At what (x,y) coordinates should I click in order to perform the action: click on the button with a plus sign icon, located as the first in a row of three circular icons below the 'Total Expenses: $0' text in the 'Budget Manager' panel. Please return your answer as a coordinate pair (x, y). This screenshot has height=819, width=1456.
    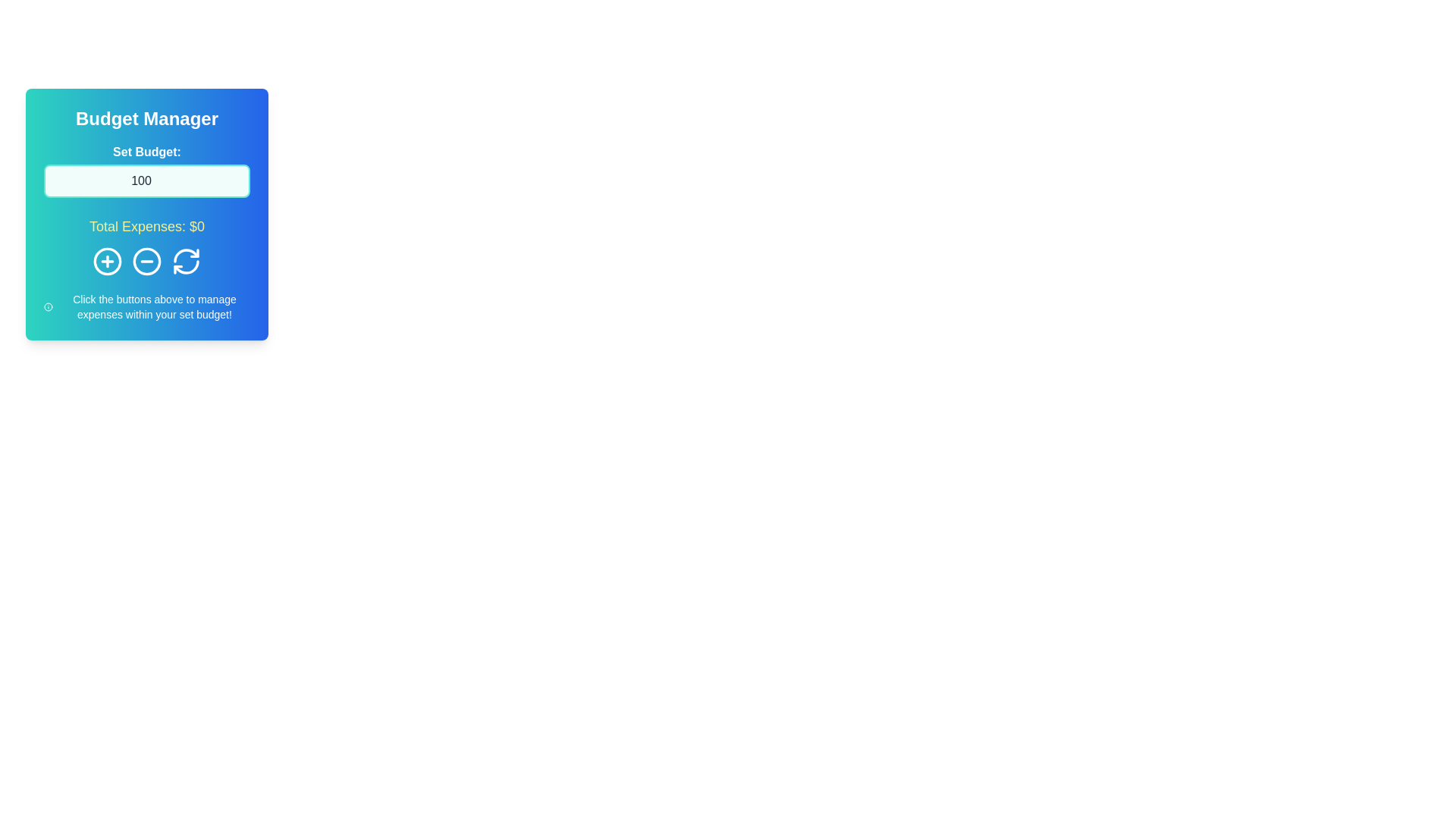
    Looking at the image, I should click on (107, 260).